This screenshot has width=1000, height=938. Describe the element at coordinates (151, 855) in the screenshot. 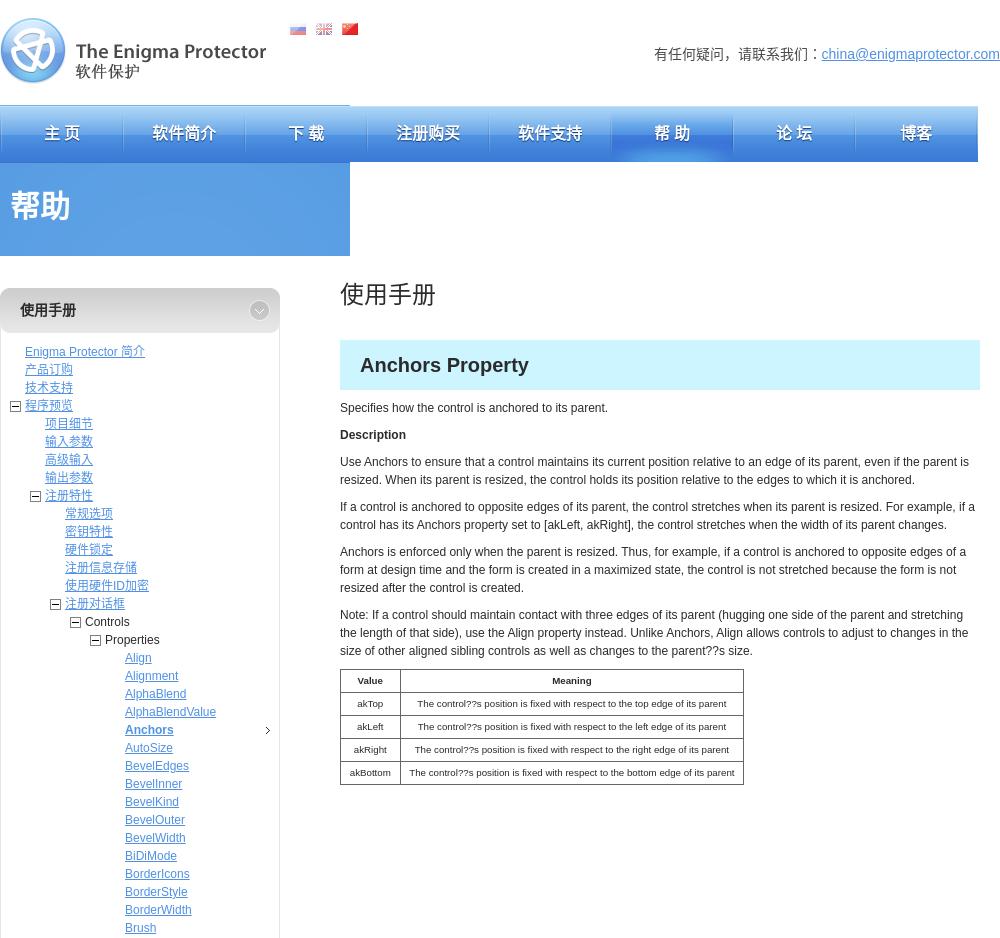

I see `'BiDiMode'` at that location.